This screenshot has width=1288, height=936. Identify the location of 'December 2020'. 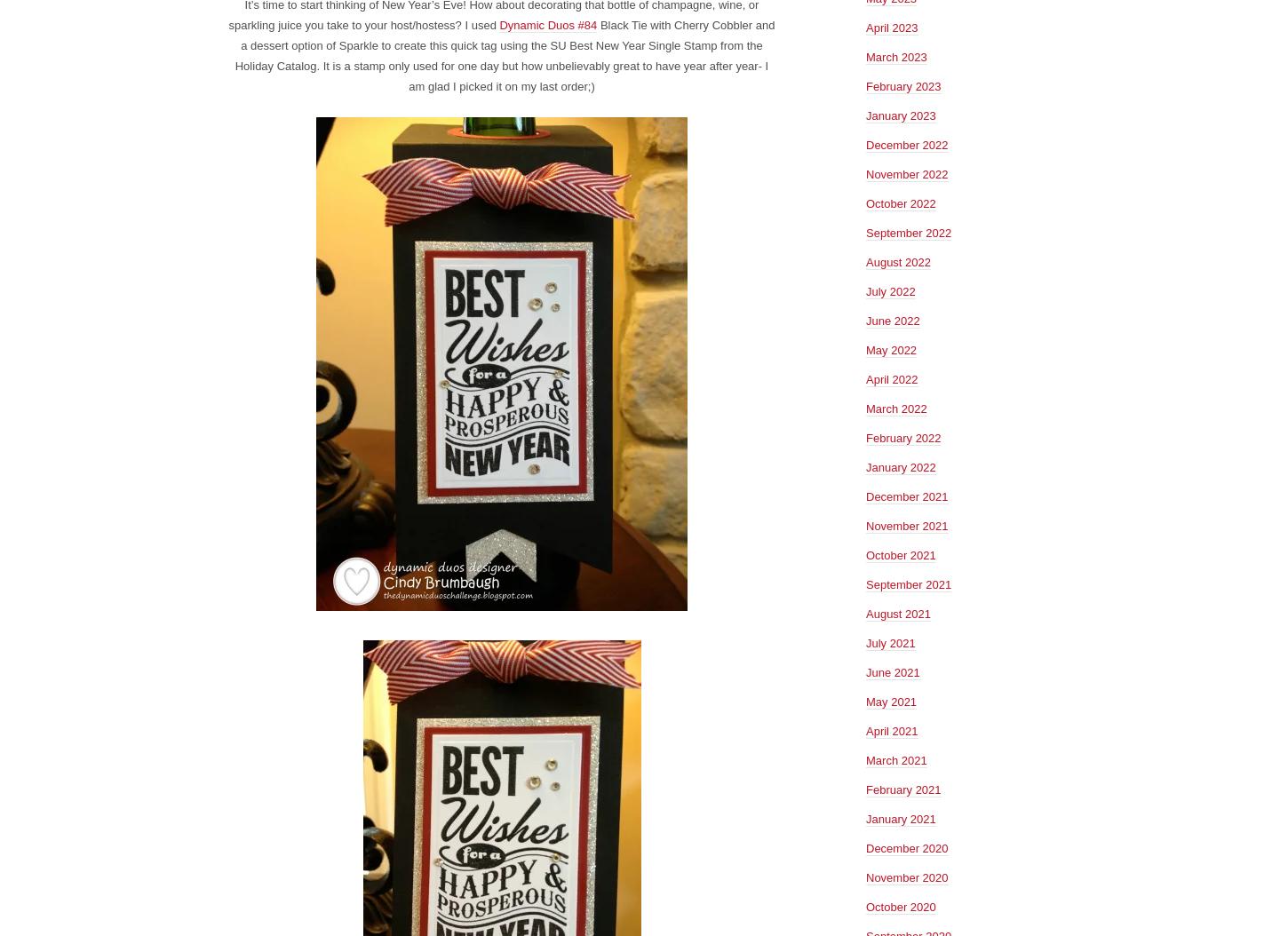
(906, 847).